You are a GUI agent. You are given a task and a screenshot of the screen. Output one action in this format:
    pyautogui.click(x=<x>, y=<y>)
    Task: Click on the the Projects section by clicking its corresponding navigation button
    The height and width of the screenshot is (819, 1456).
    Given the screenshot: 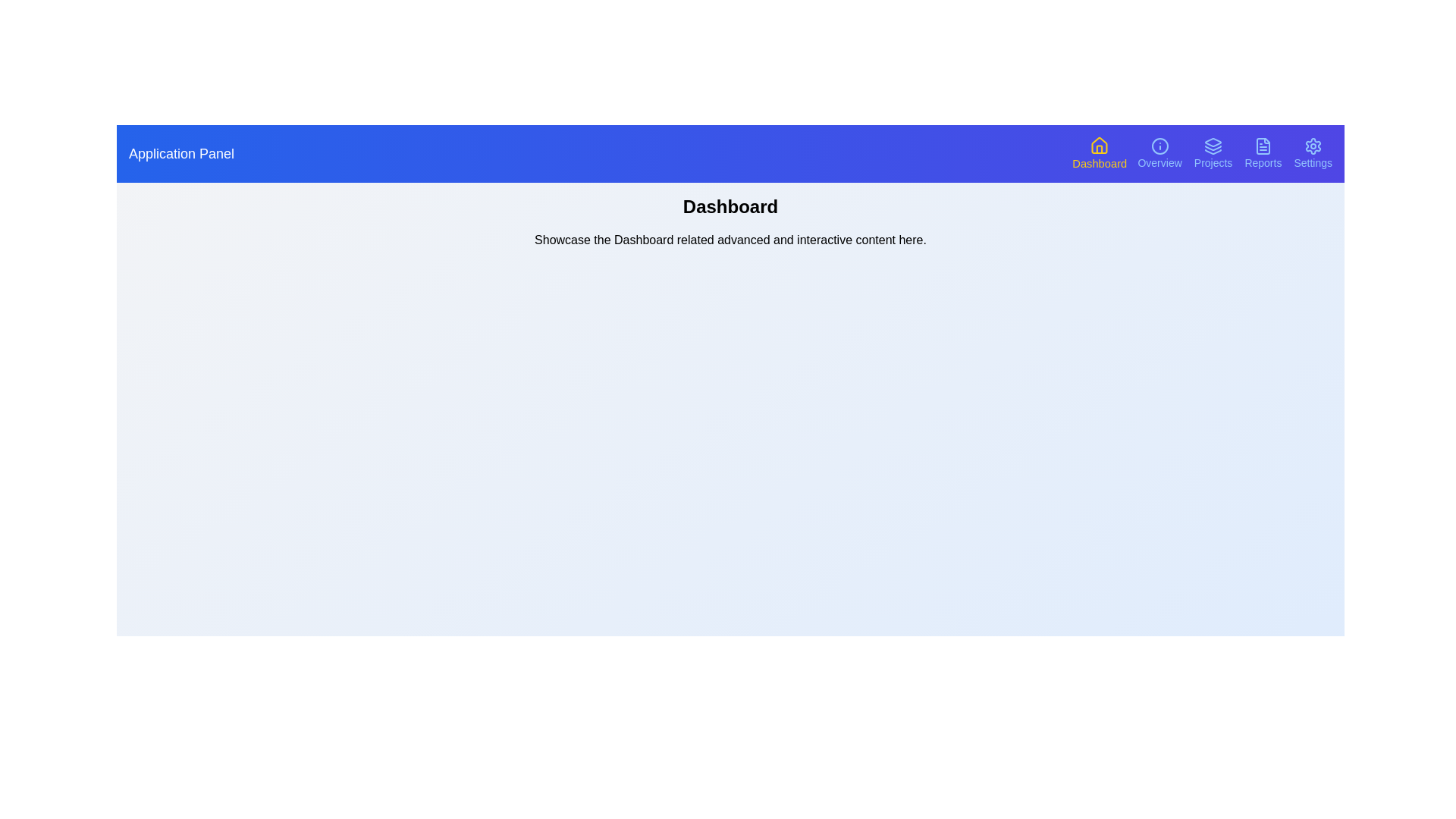 What is the action you would take?
    pyautogui.click(x=1212, y=154)
    